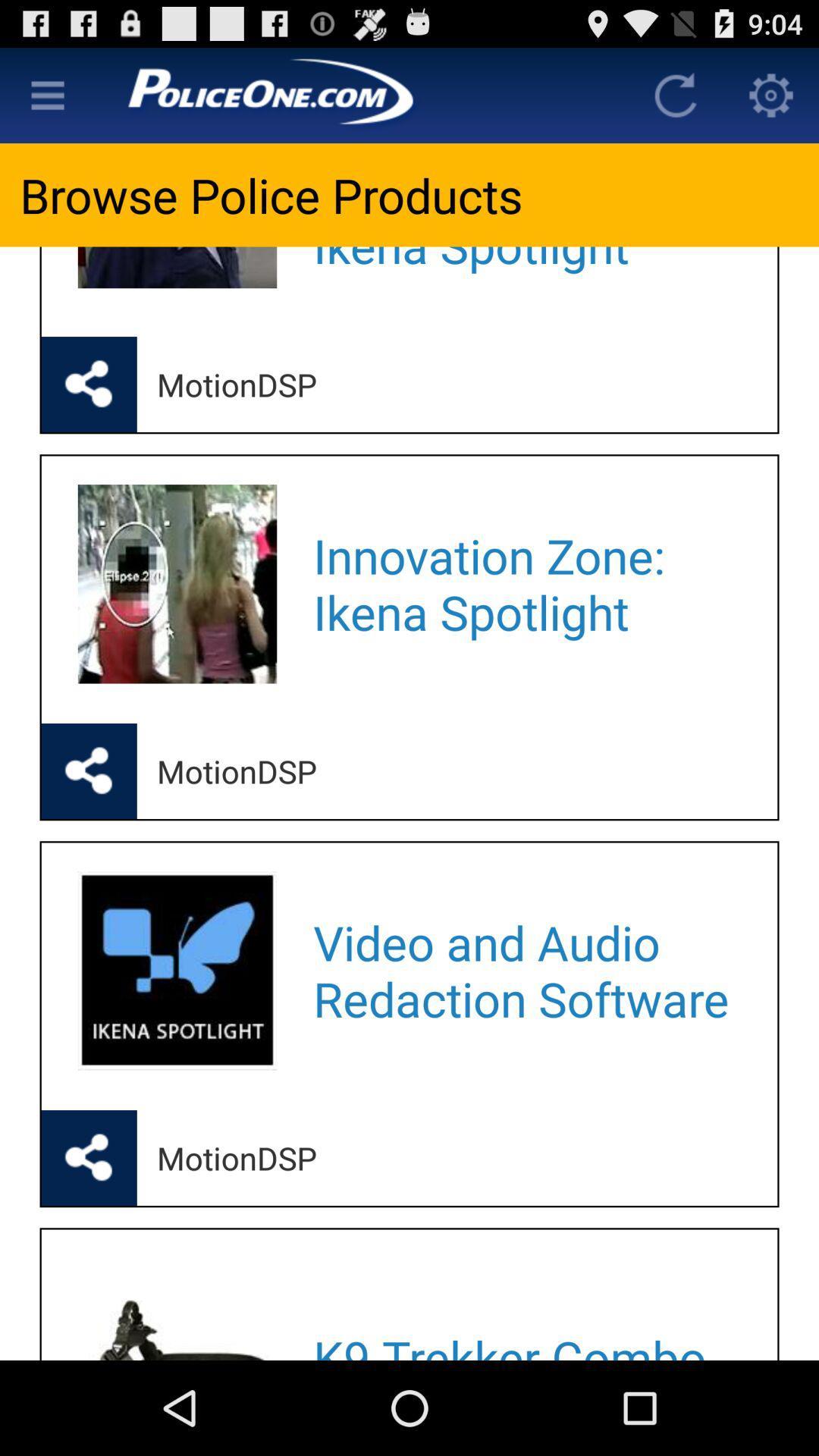 This screenshot has height=1456, width=819. Describe the element at coordinates (675, 101) in the screenshot. I see `the refresh icon` at that location.